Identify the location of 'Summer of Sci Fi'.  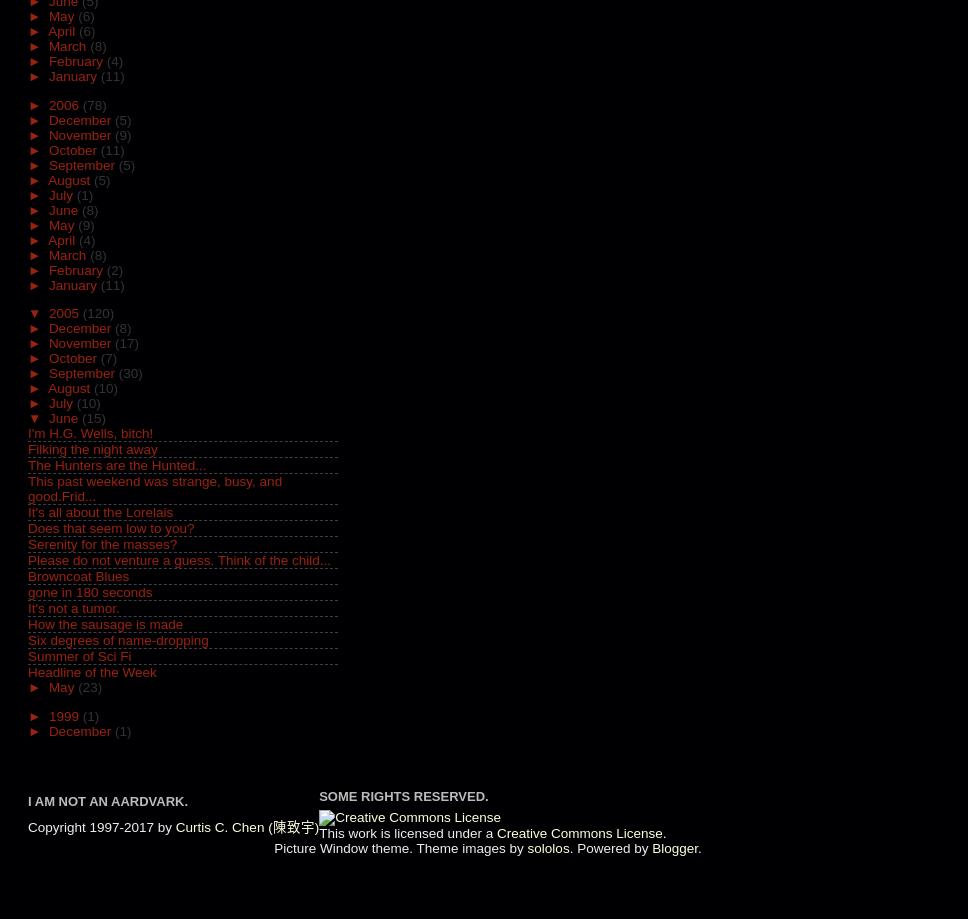
(78, 655).